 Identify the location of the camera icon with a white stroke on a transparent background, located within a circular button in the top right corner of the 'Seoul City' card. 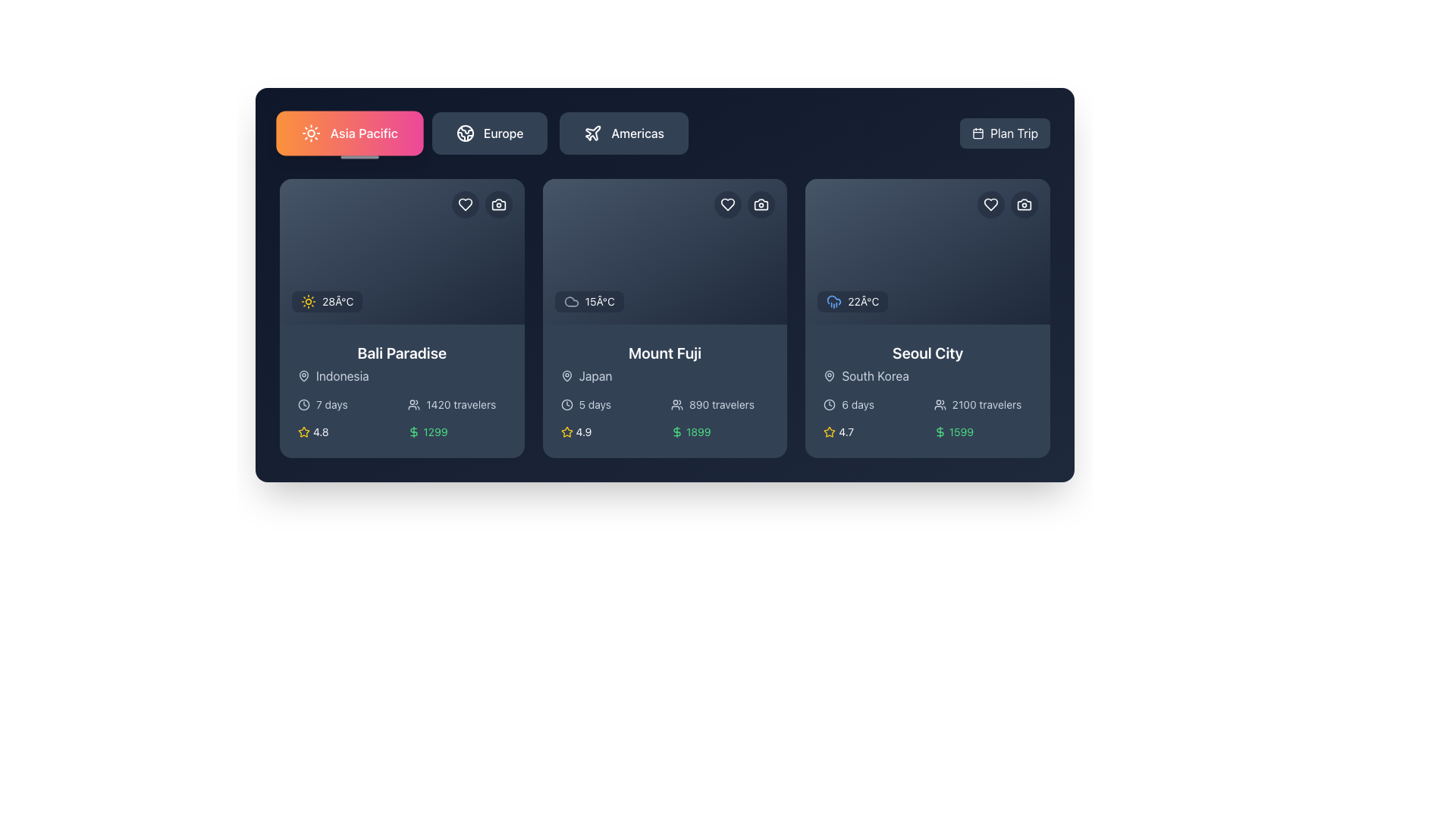
(1024, 205).